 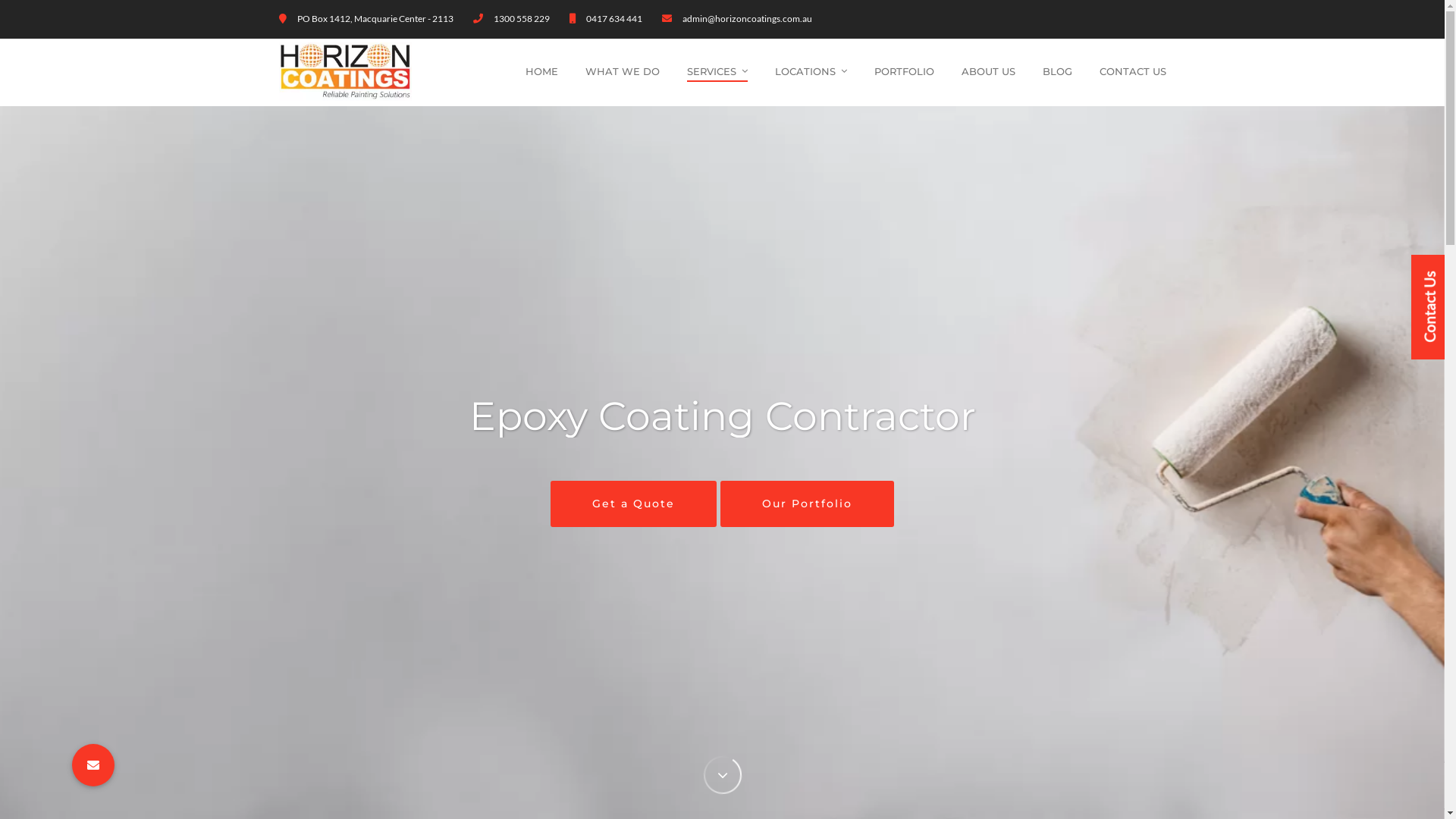 What do you see at coordinates (988, 71) in the screenshot?
I see `'ABOUT US'` at bounding box center [988, 71].